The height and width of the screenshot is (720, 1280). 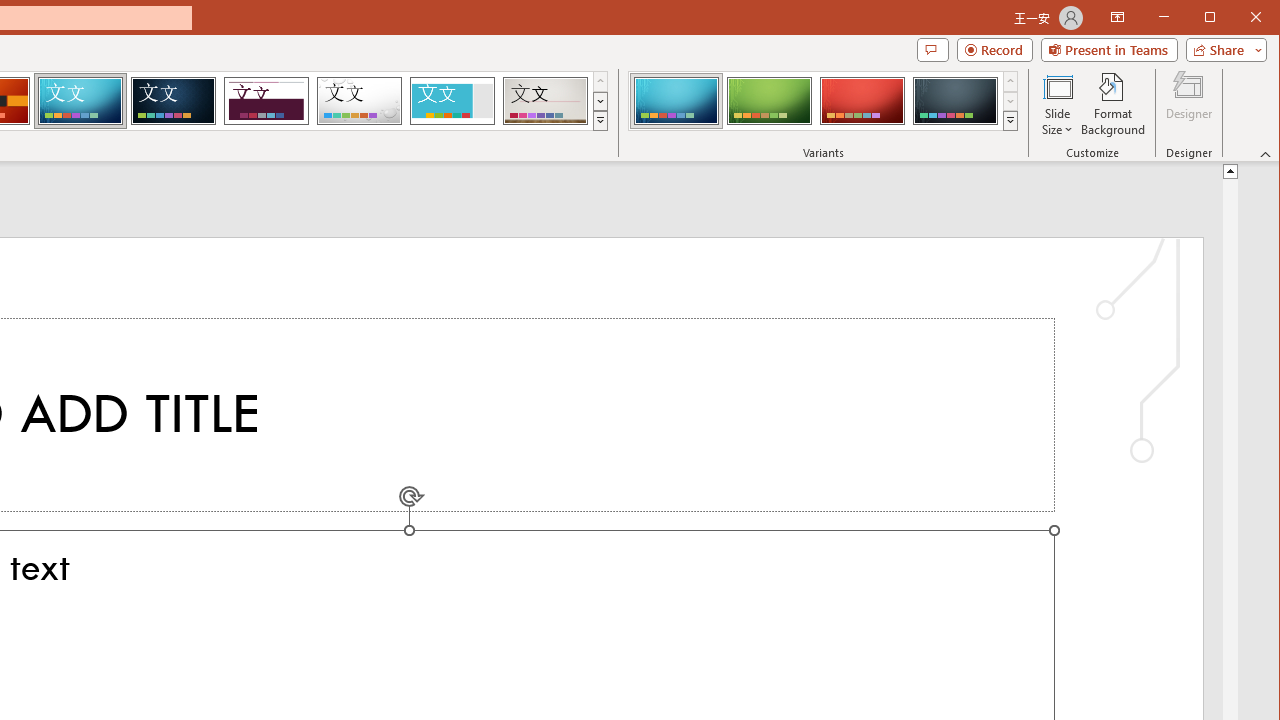 I want to click on 'Circuit Variant 2', so click(x=768, y=100).